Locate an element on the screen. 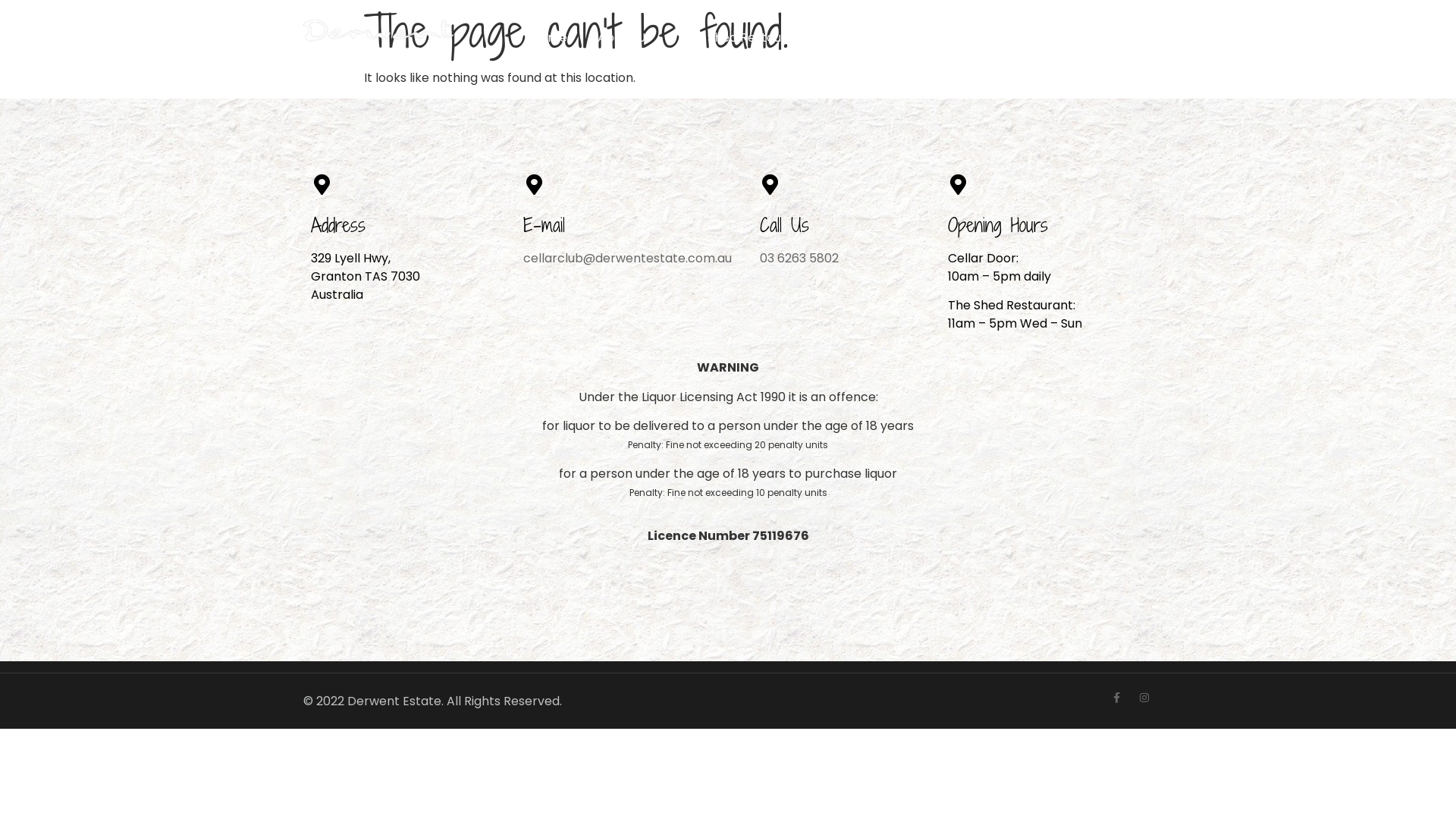  'The Shed Restaurant' is located at coordinates (744, 37).